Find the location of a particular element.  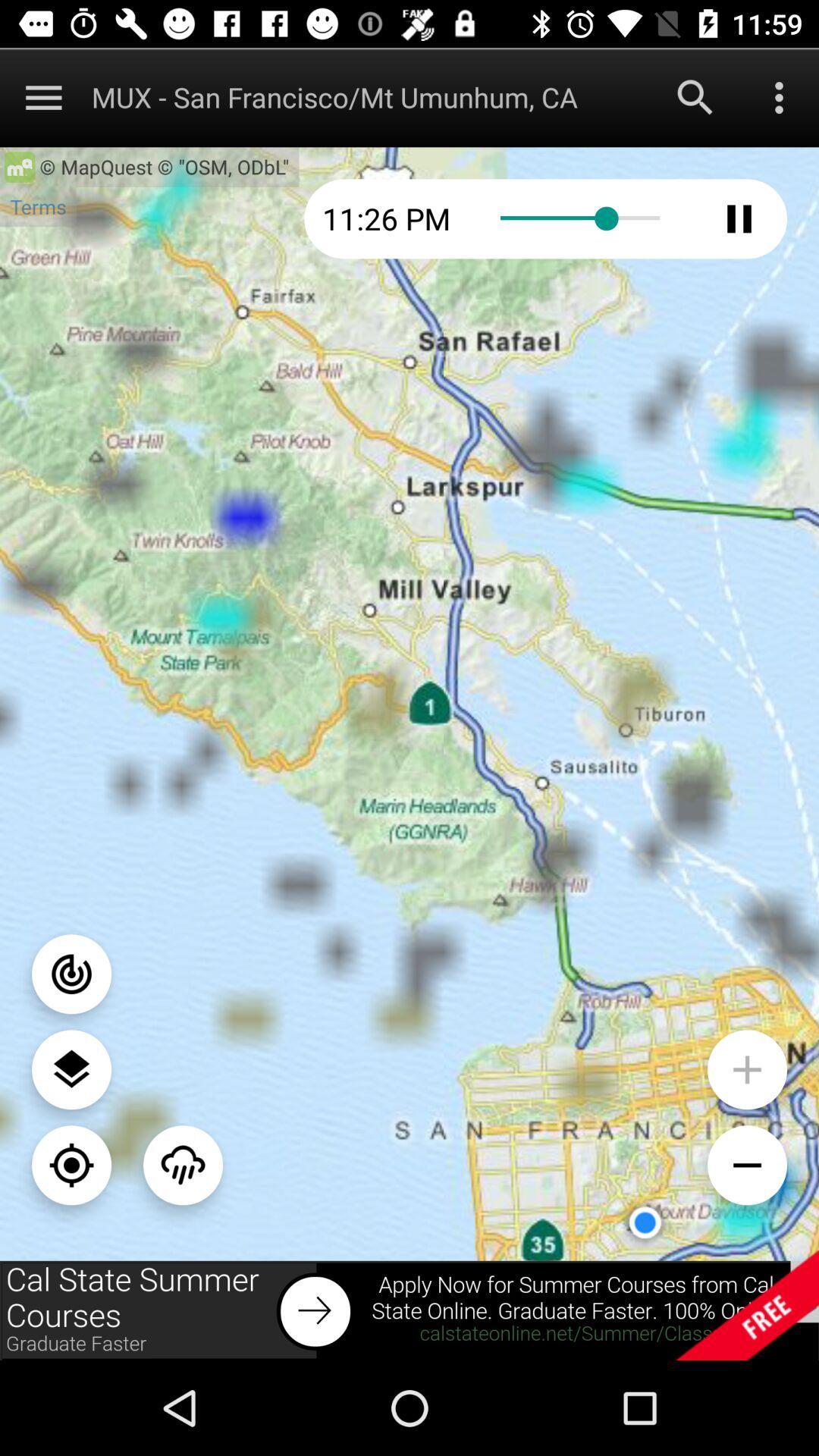

show more options is located at coordinates (42, 96).